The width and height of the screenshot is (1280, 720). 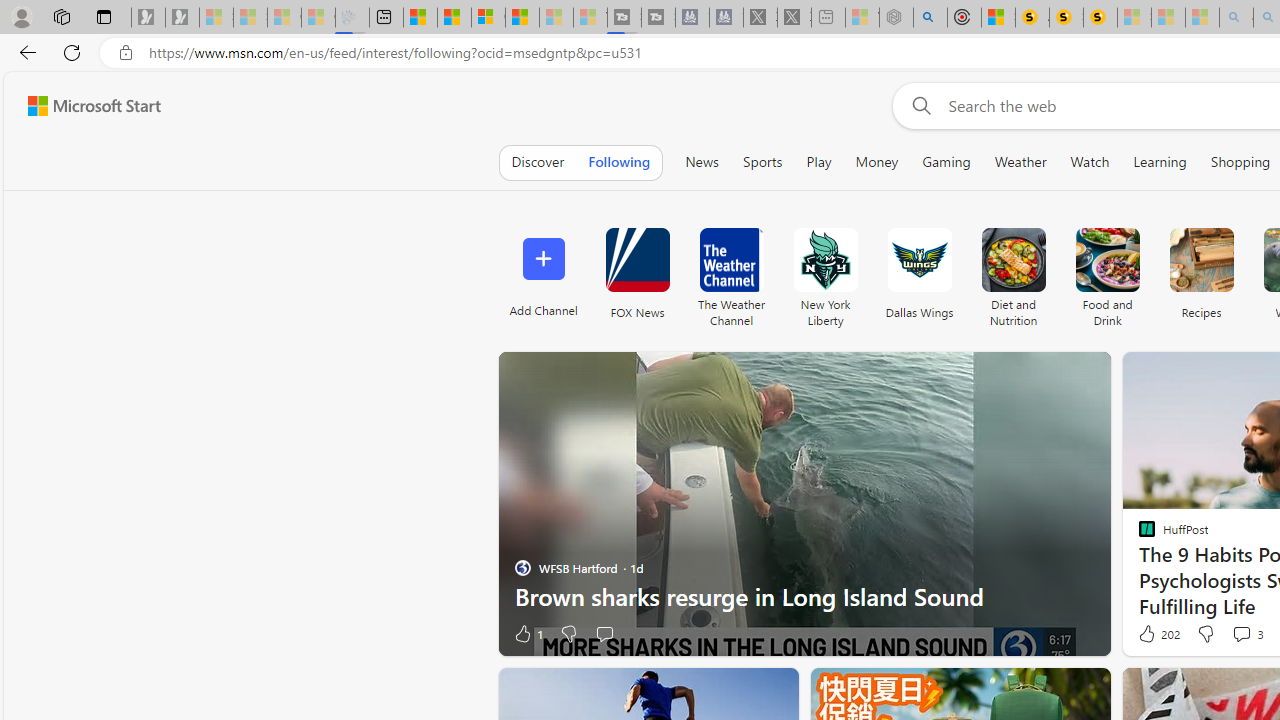 What do you see at coordinates (824, 272) in the screenshot?
I see `'New York Liberty'` at bounding box center [824, 272].